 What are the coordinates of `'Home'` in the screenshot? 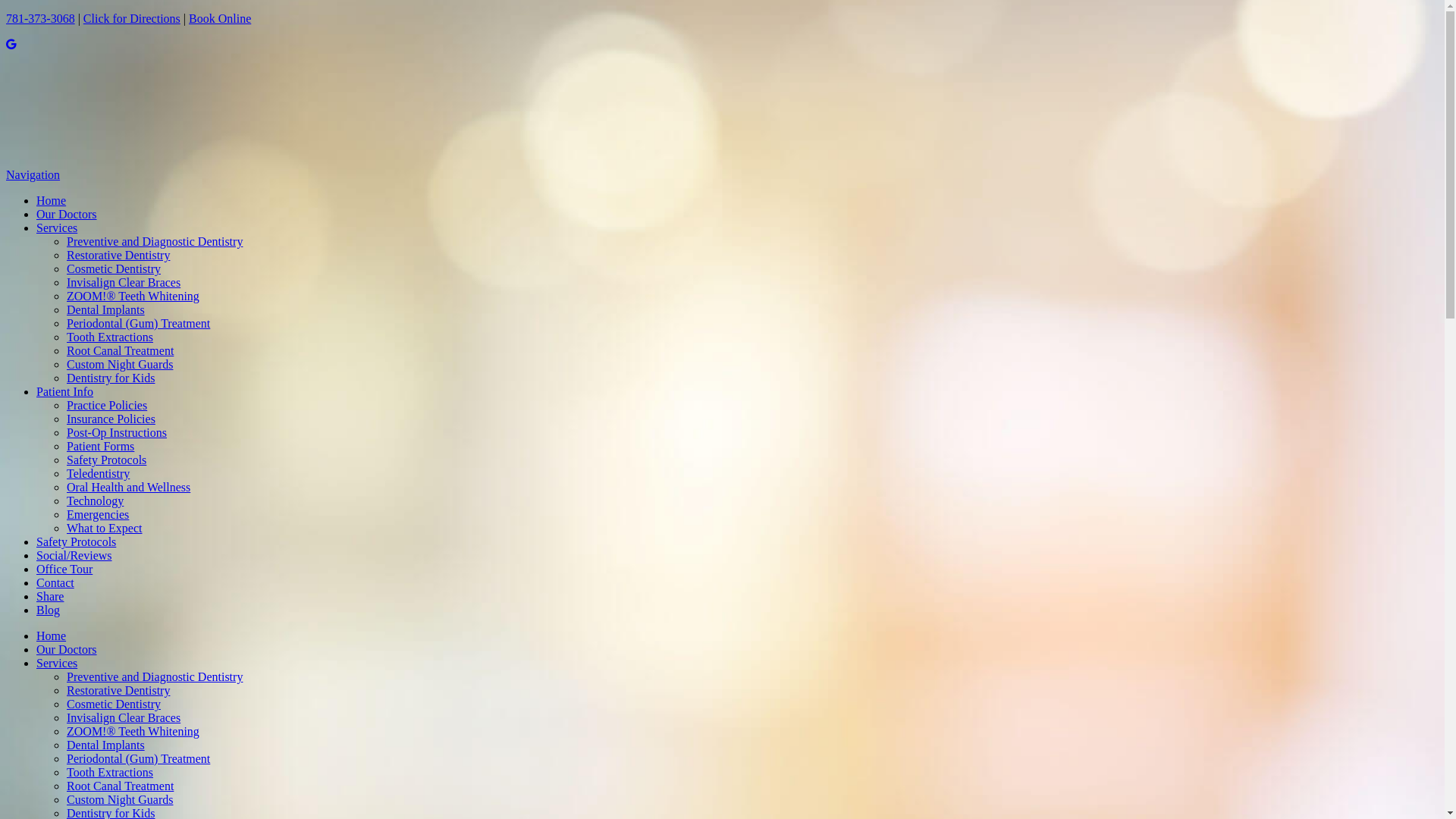 It's located at (51, 635).